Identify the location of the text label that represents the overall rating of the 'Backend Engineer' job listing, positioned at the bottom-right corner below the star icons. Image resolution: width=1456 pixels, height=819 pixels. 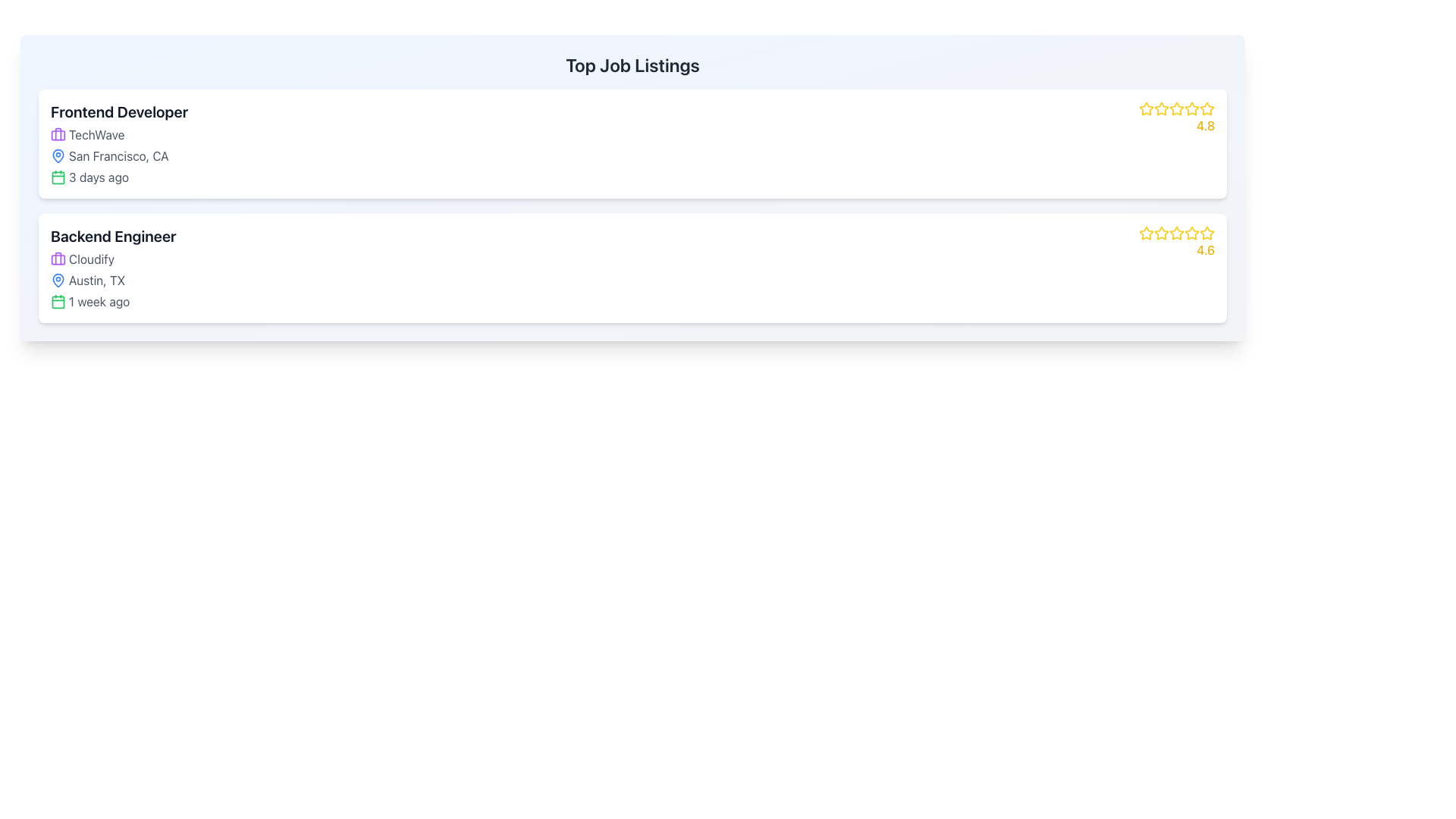
(1204, 249).